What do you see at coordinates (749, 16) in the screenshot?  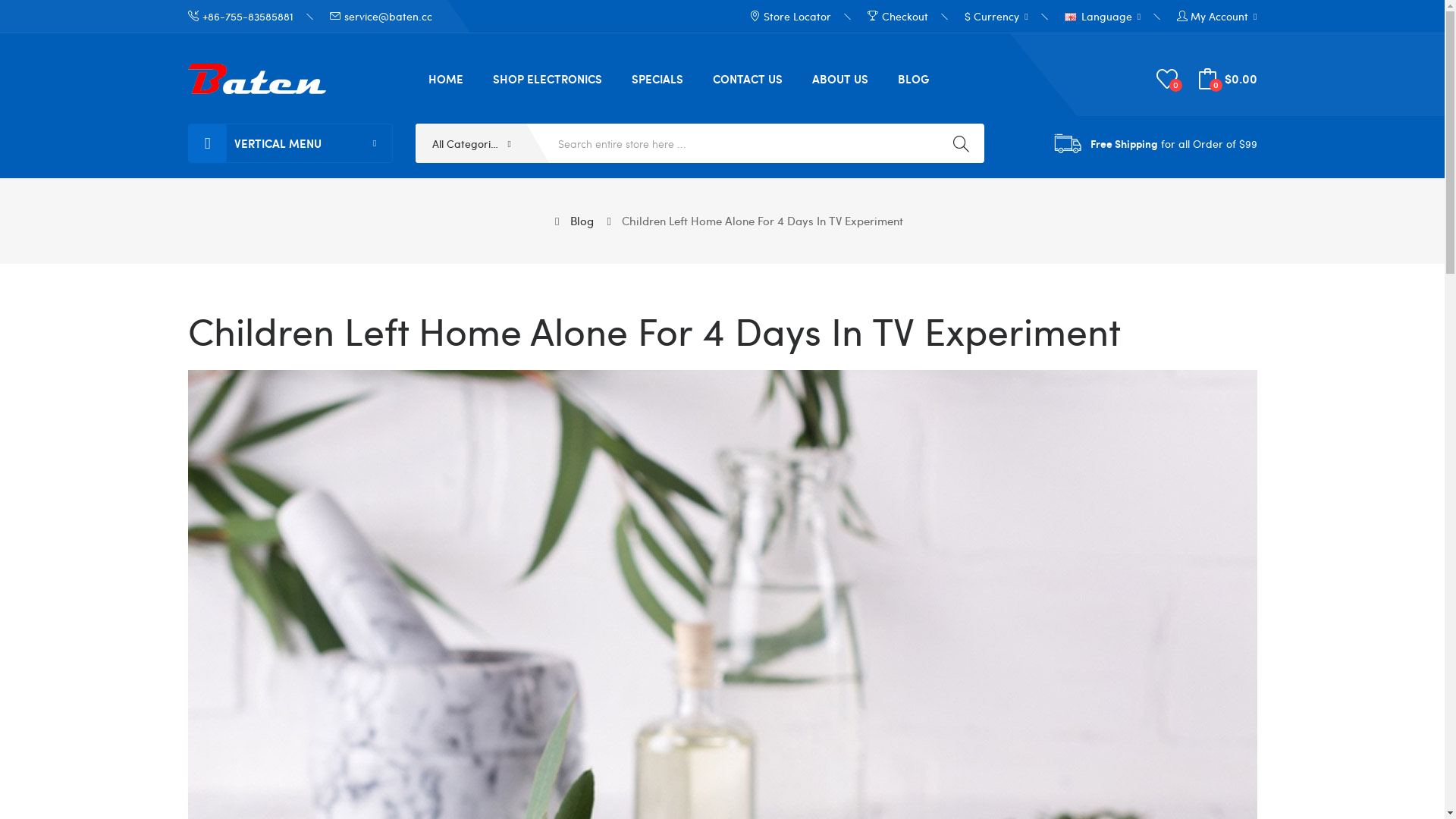 I see `'Store Locator'` at bounding box center [749, 16].